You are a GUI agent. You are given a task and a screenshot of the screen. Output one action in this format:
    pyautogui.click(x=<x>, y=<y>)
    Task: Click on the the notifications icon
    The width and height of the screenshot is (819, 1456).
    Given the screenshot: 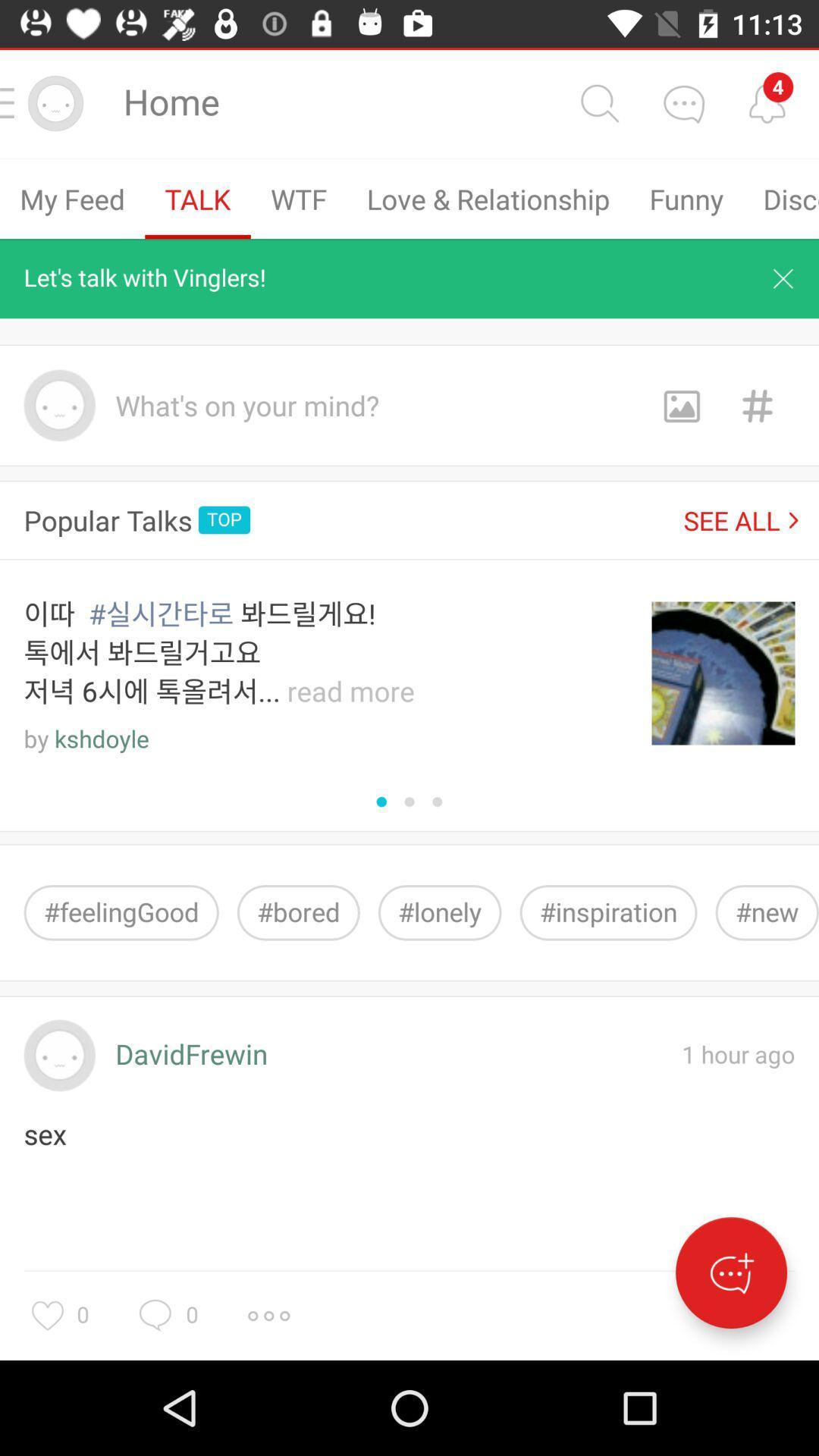 What is the action you would take?
    pyautogui.click(x=767, y=102)
    